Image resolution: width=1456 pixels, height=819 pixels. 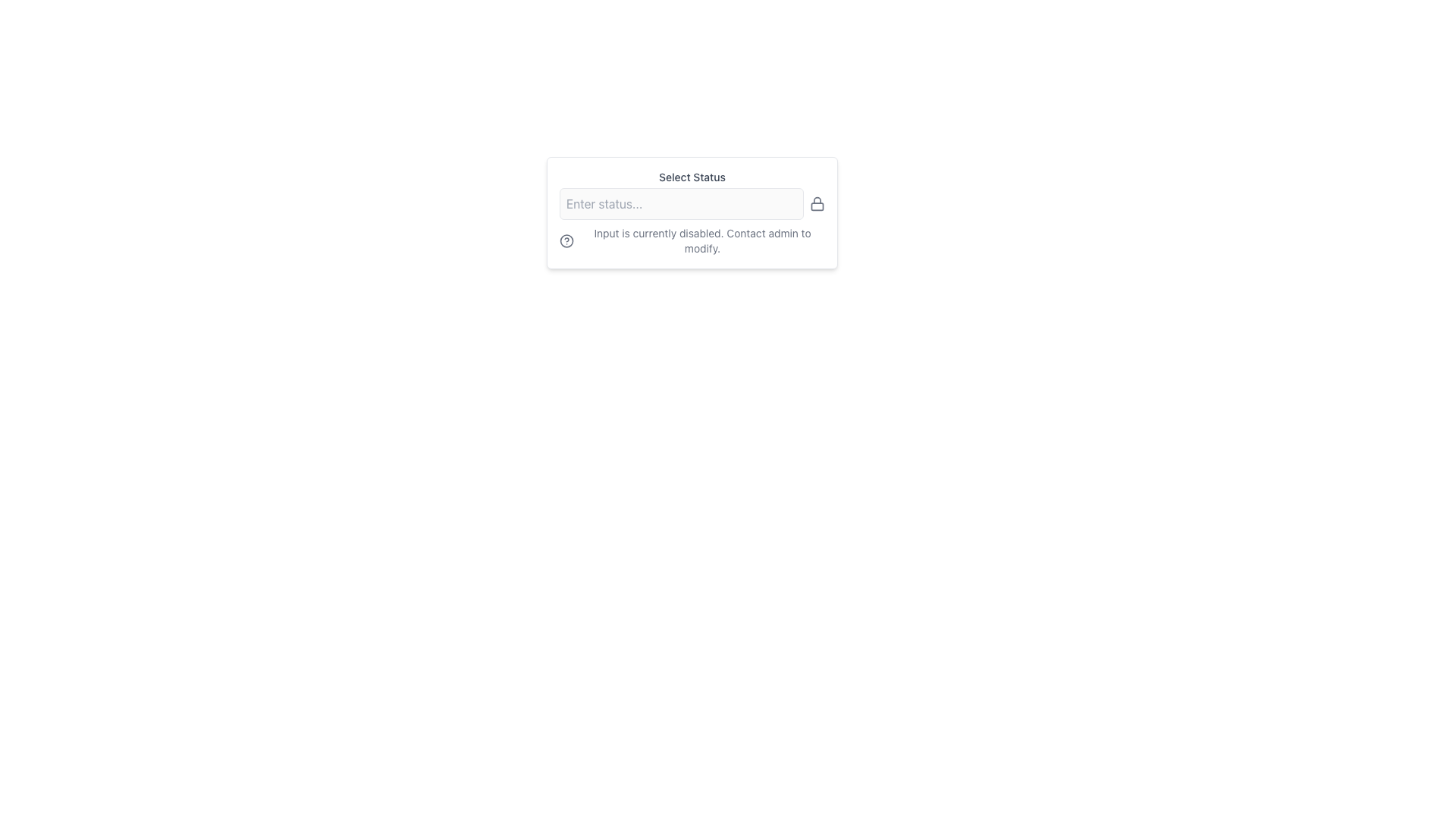 What do you see at coordinates (691, 203) in the screenshot?
I see `lock icon located to the right of the disabled text input field within the horizontal group in the card titled 'Select Status'` at bounding box center [691, 203].